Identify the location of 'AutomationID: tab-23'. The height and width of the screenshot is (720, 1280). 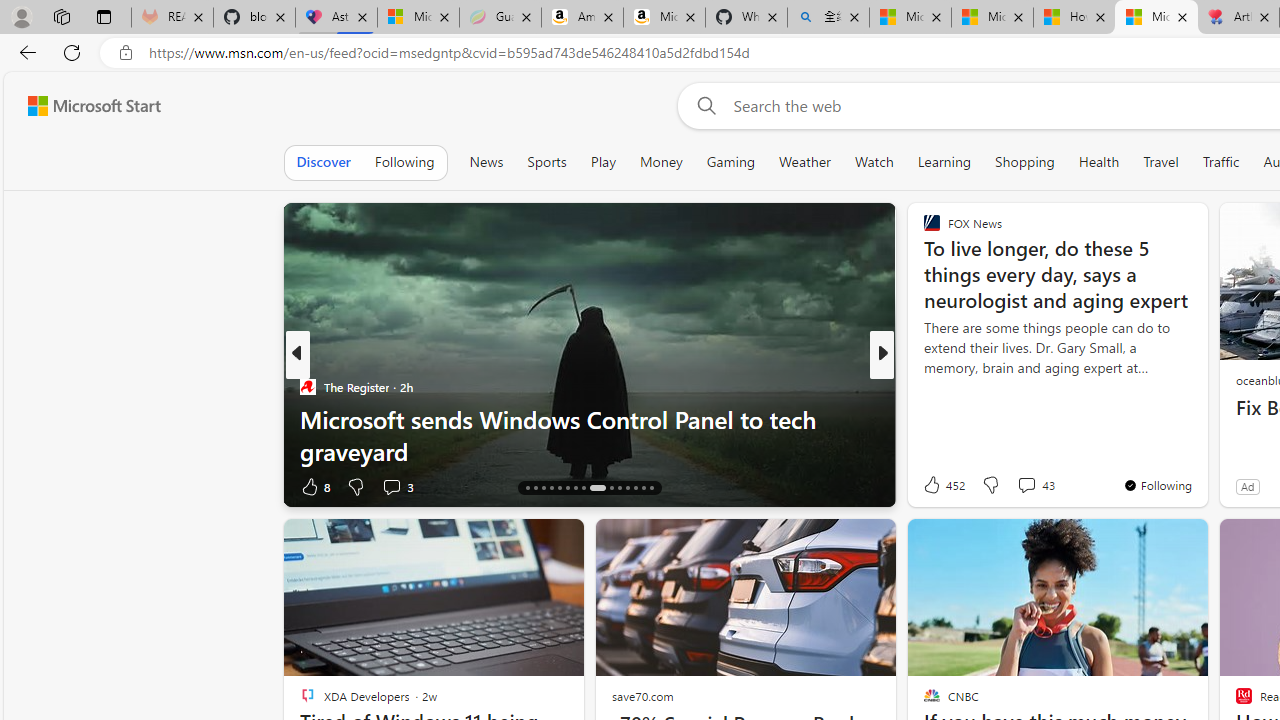
(582, 488).